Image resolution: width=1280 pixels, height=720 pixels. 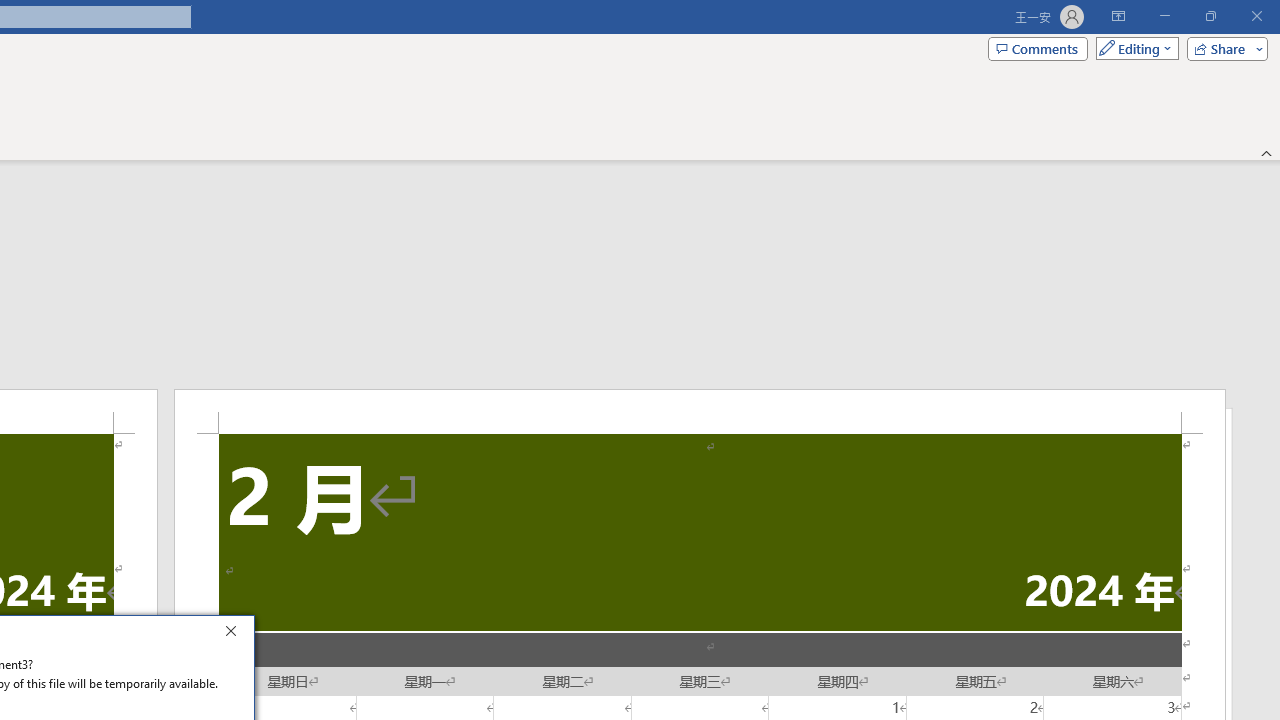 I want to click on 'Restore Down', so click(x=1209, y=16).